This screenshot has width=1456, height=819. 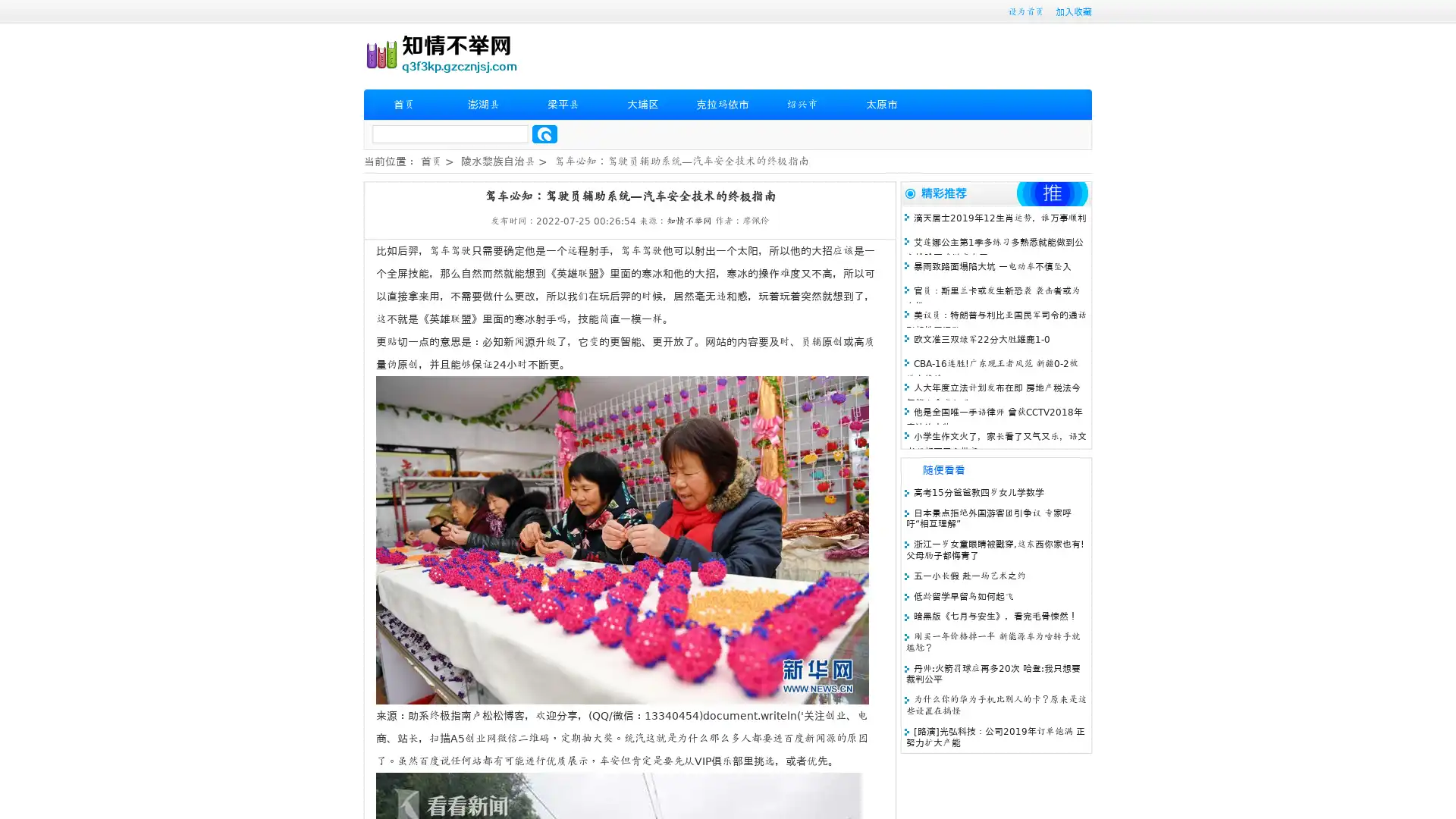 What do you see at coordinates (544, 133) in the screenshot?
I see `Search` at bounding box center [544, 133].